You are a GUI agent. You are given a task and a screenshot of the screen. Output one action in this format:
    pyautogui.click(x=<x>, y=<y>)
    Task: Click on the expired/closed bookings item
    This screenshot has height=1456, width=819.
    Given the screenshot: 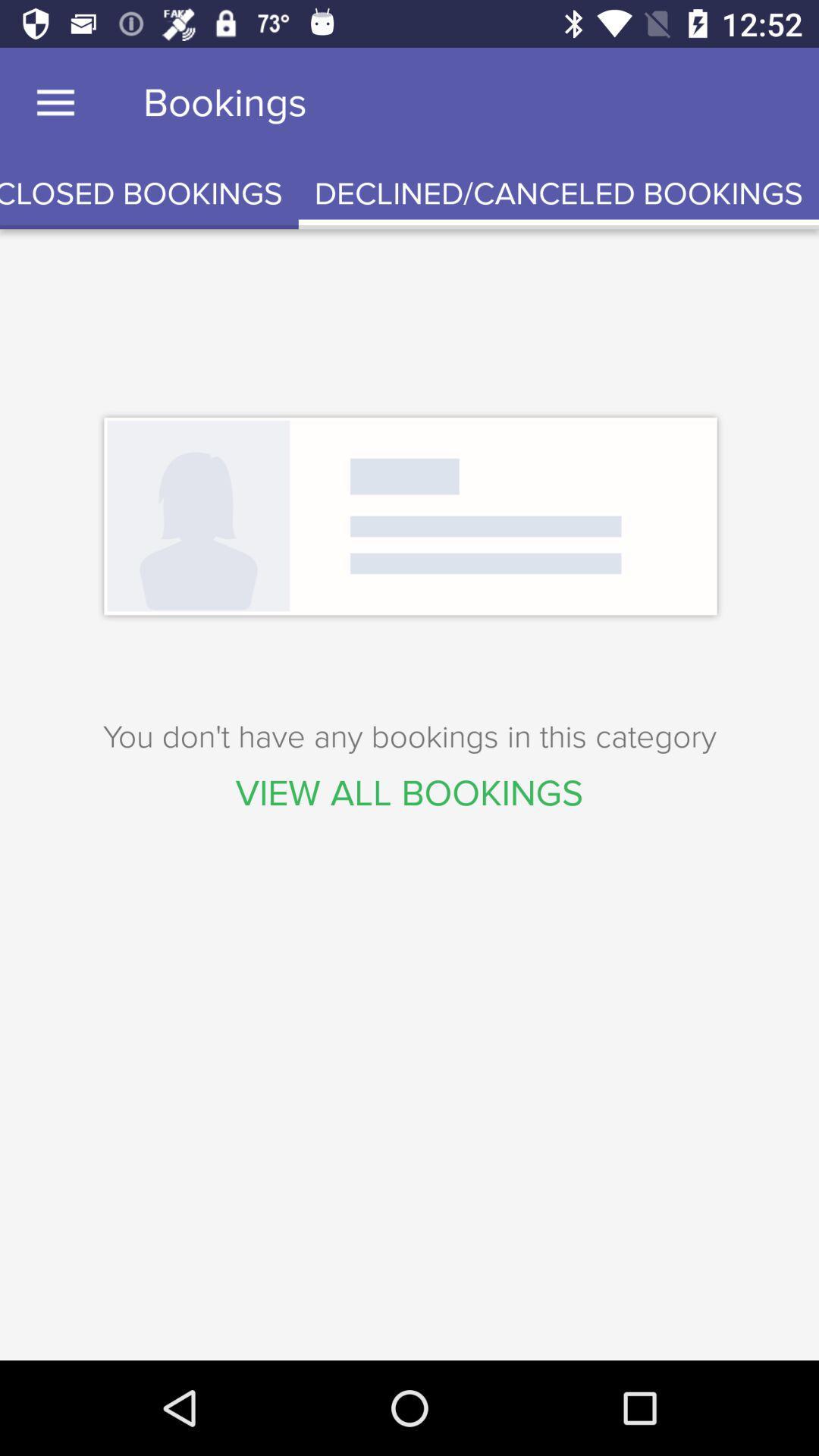 What is the action you would take?
    pyautogui.click(x=149, y=193)
    